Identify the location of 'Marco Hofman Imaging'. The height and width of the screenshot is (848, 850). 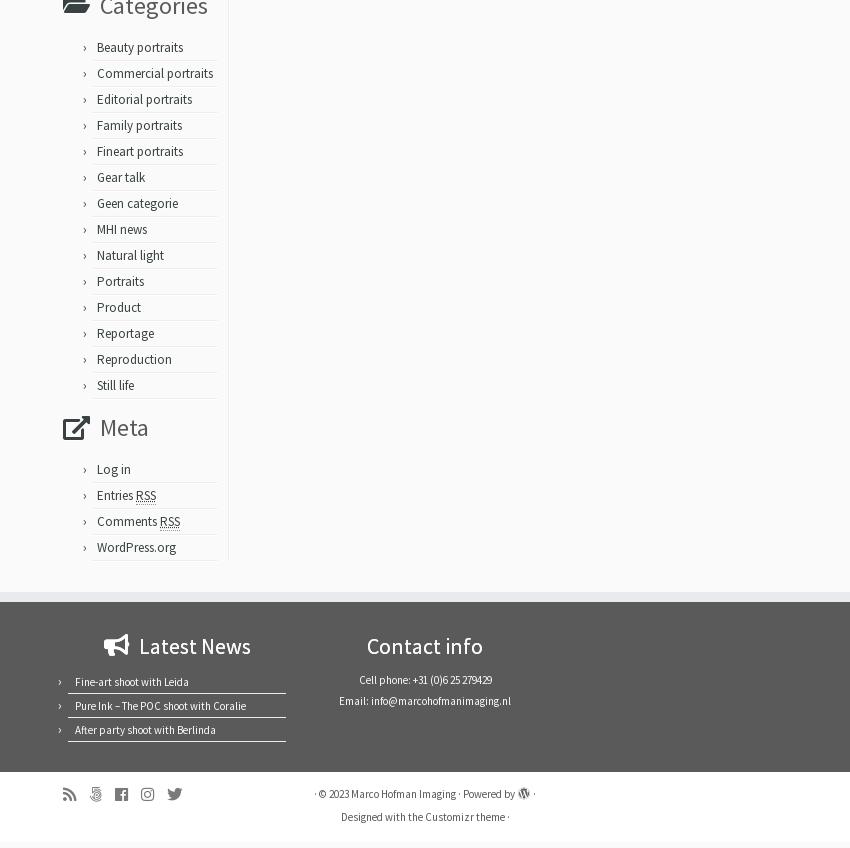
(403, 801).